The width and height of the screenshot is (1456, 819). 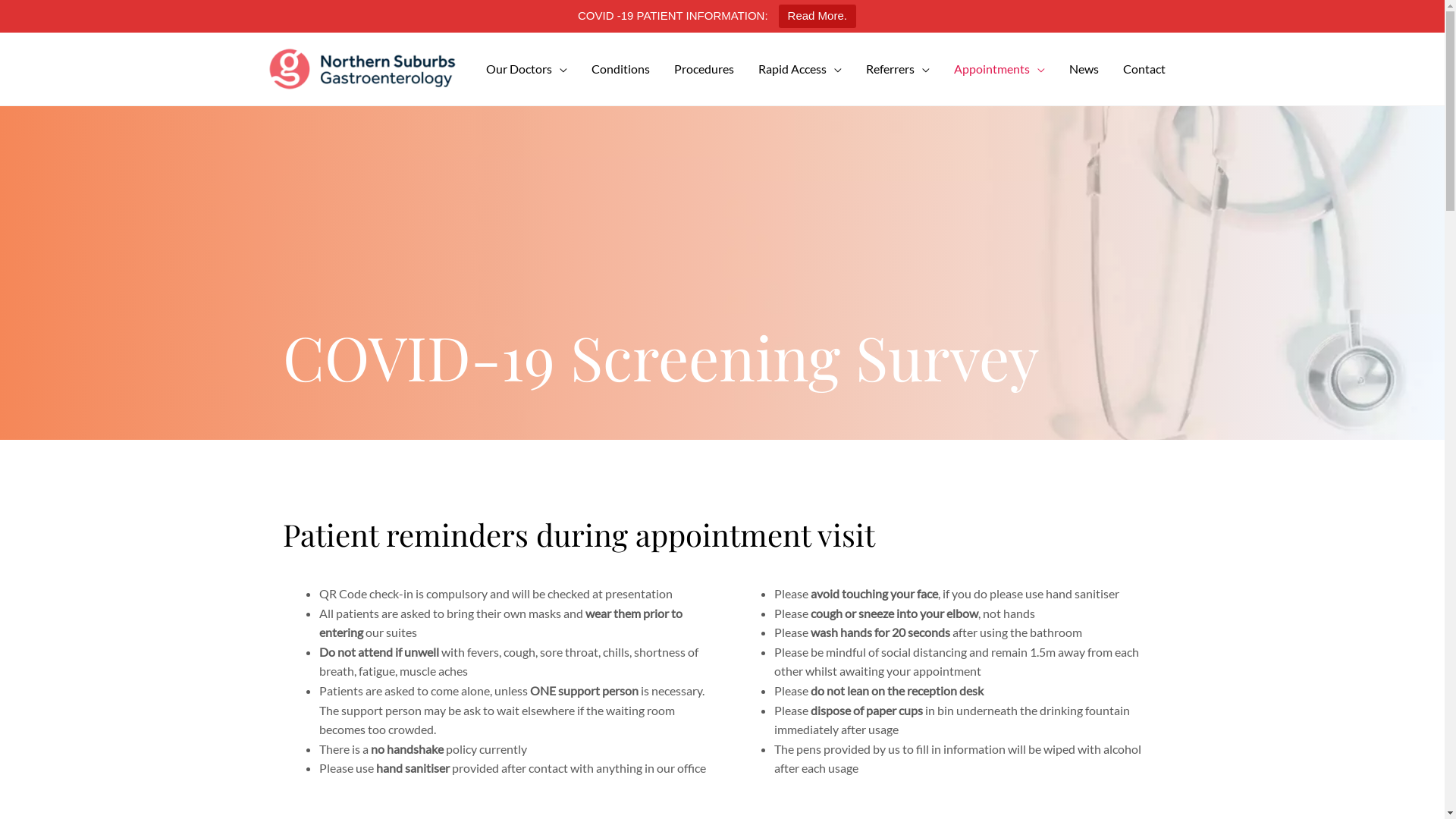 I want to click on 'Referrers', so click(x=898, y=69).